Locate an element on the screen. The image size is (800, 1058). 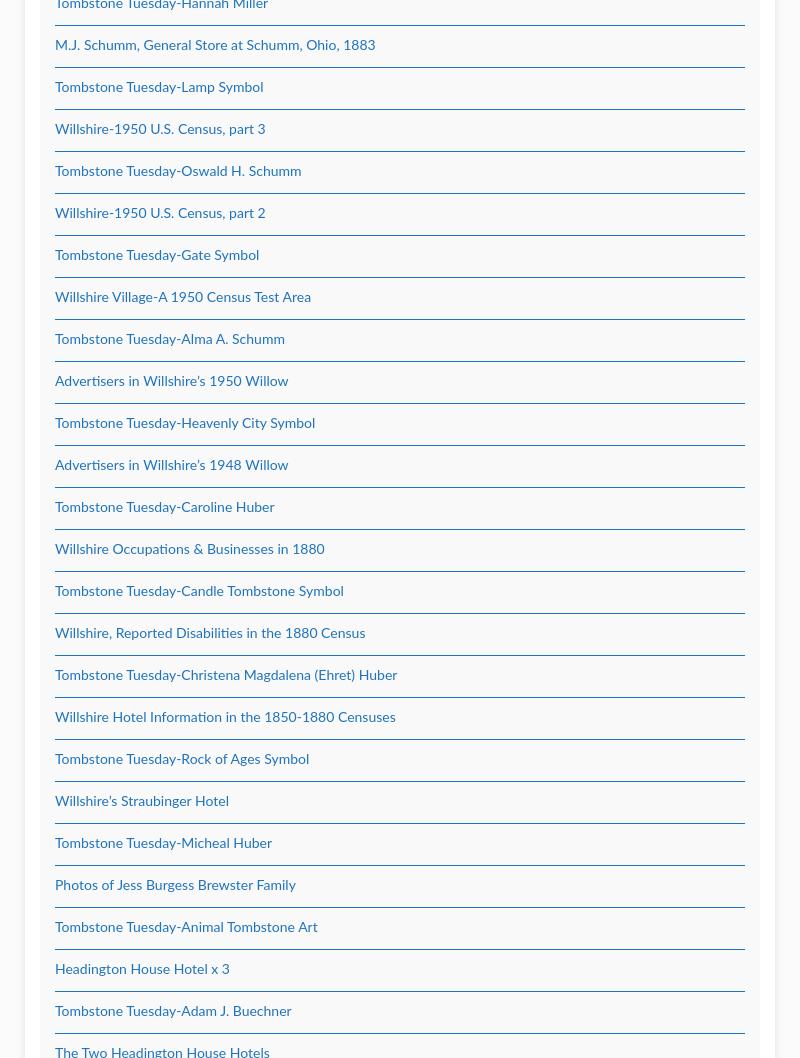
'Tombstone Tuesday-Micheal Huber' is located at coordinates (163, 842).